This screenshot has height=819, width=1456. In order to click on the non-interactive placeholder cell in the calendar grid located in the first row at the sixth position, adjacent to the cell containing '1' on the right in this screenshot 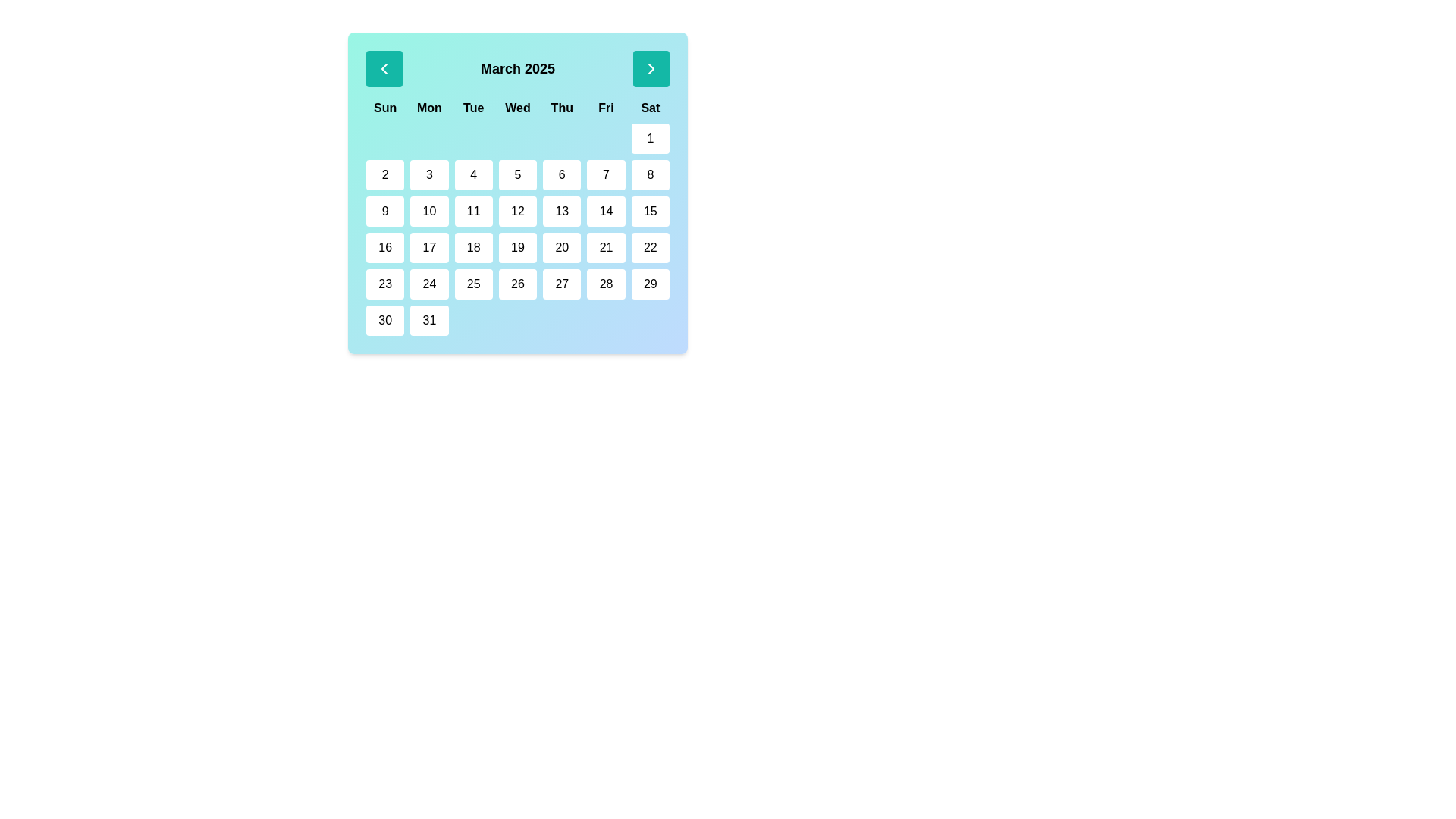, I will do `click(605, 138)`.